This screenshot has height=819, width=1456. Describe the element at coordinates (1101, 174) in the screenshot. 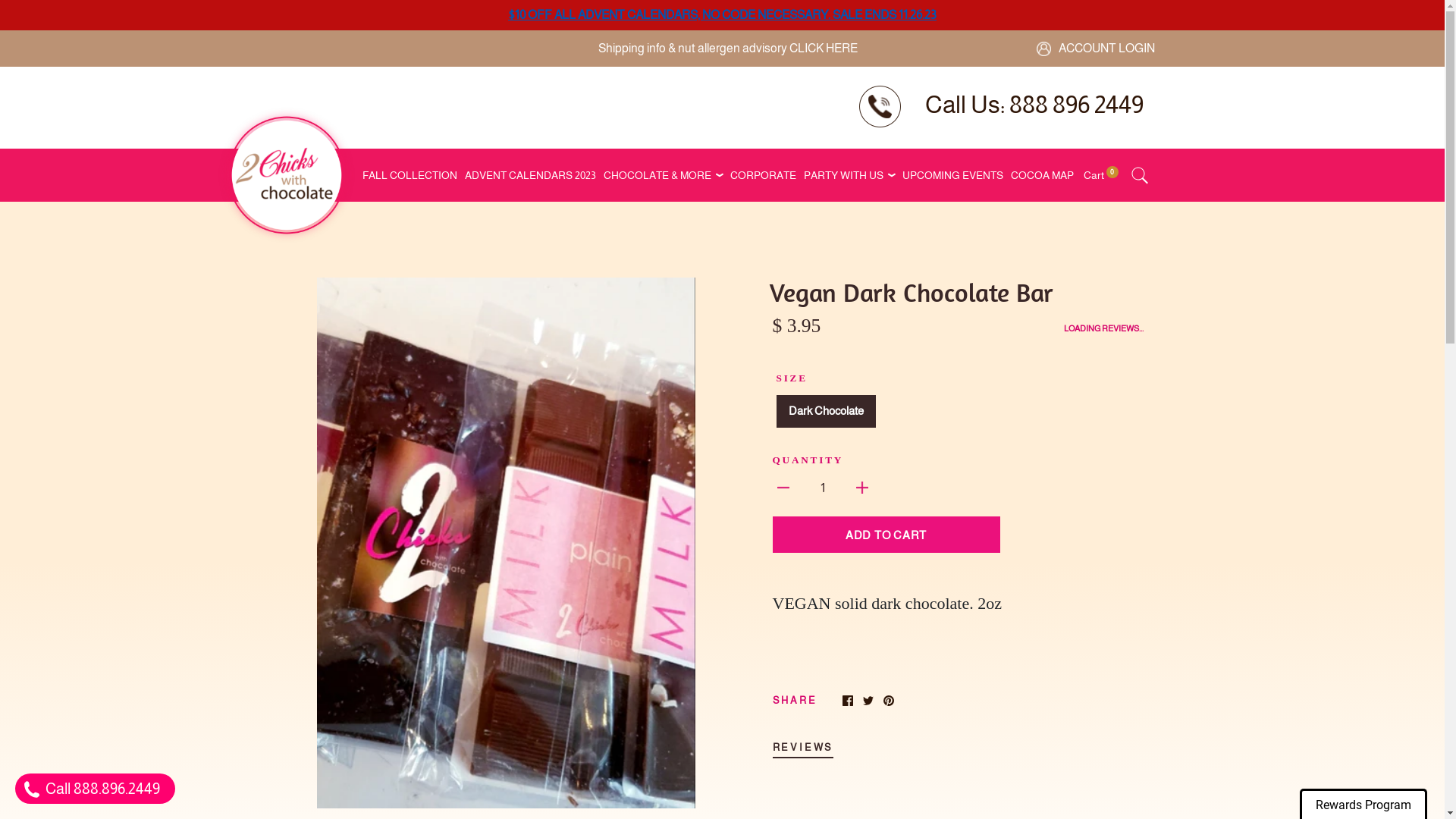

I see `'Cart 0'` at that location.